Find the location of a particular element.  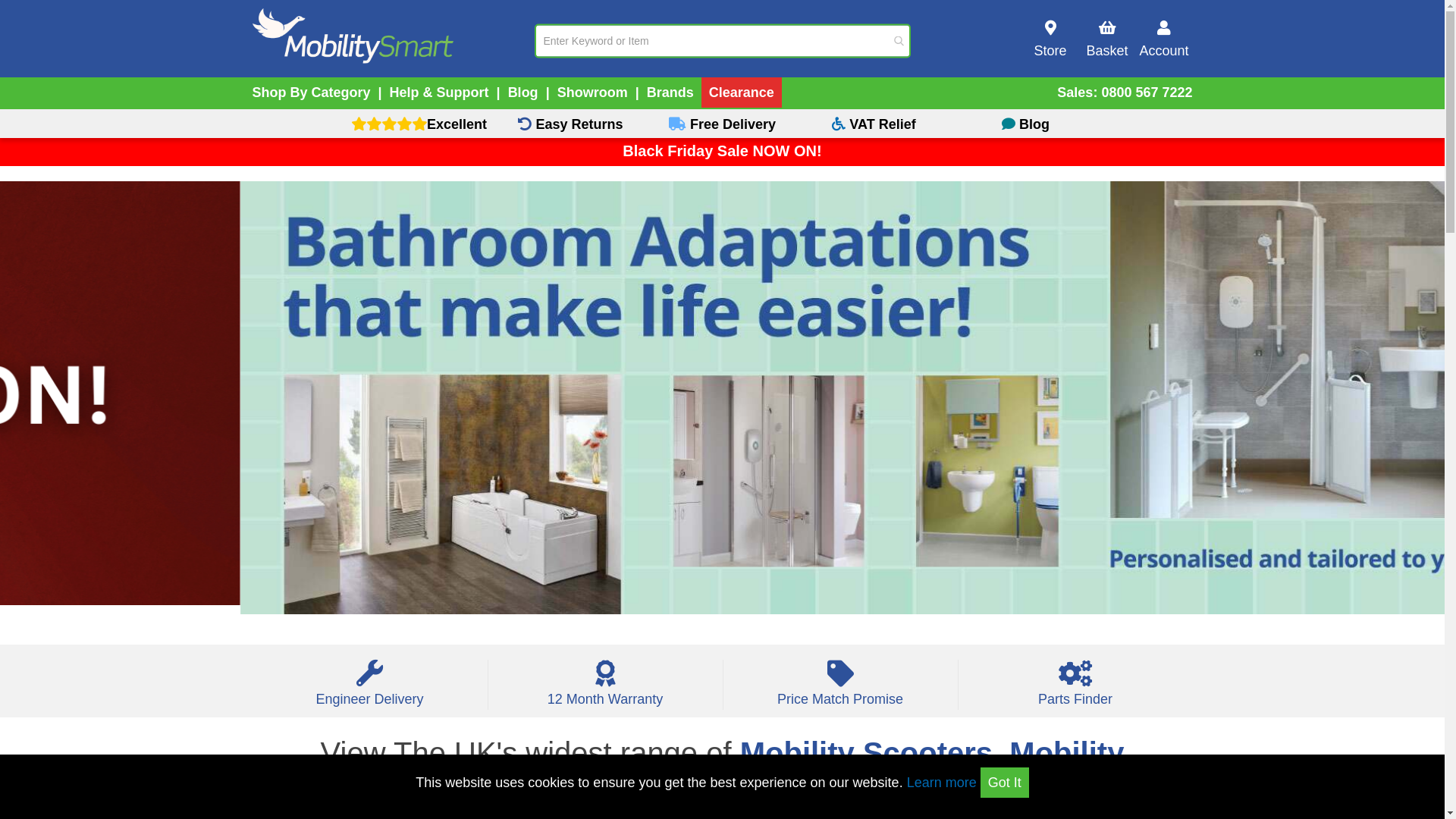

'Blog' is located at coordinates (523, 93).